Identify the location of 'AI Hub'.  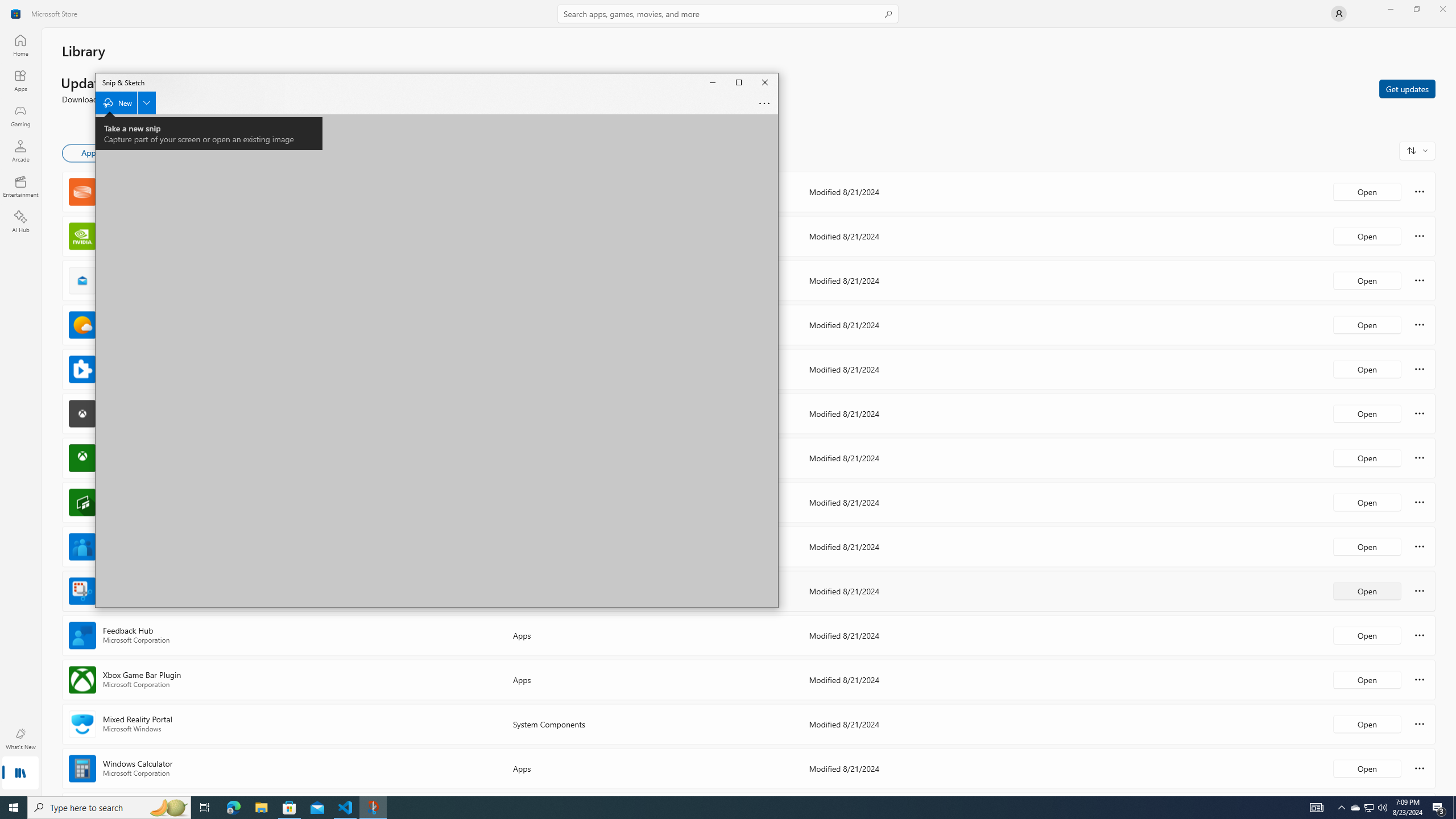
(19, 221).